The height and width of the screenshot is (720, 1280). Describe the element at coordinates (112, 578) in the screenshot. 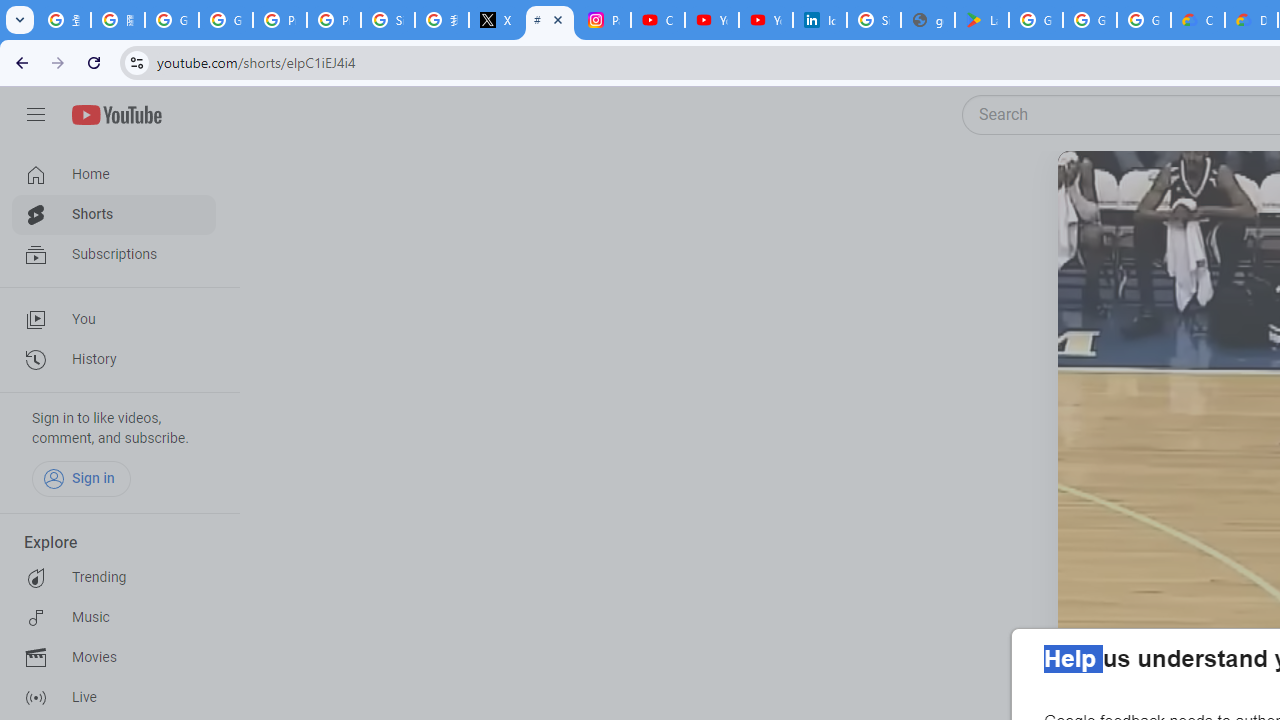

I see `'Trending'` at that location.